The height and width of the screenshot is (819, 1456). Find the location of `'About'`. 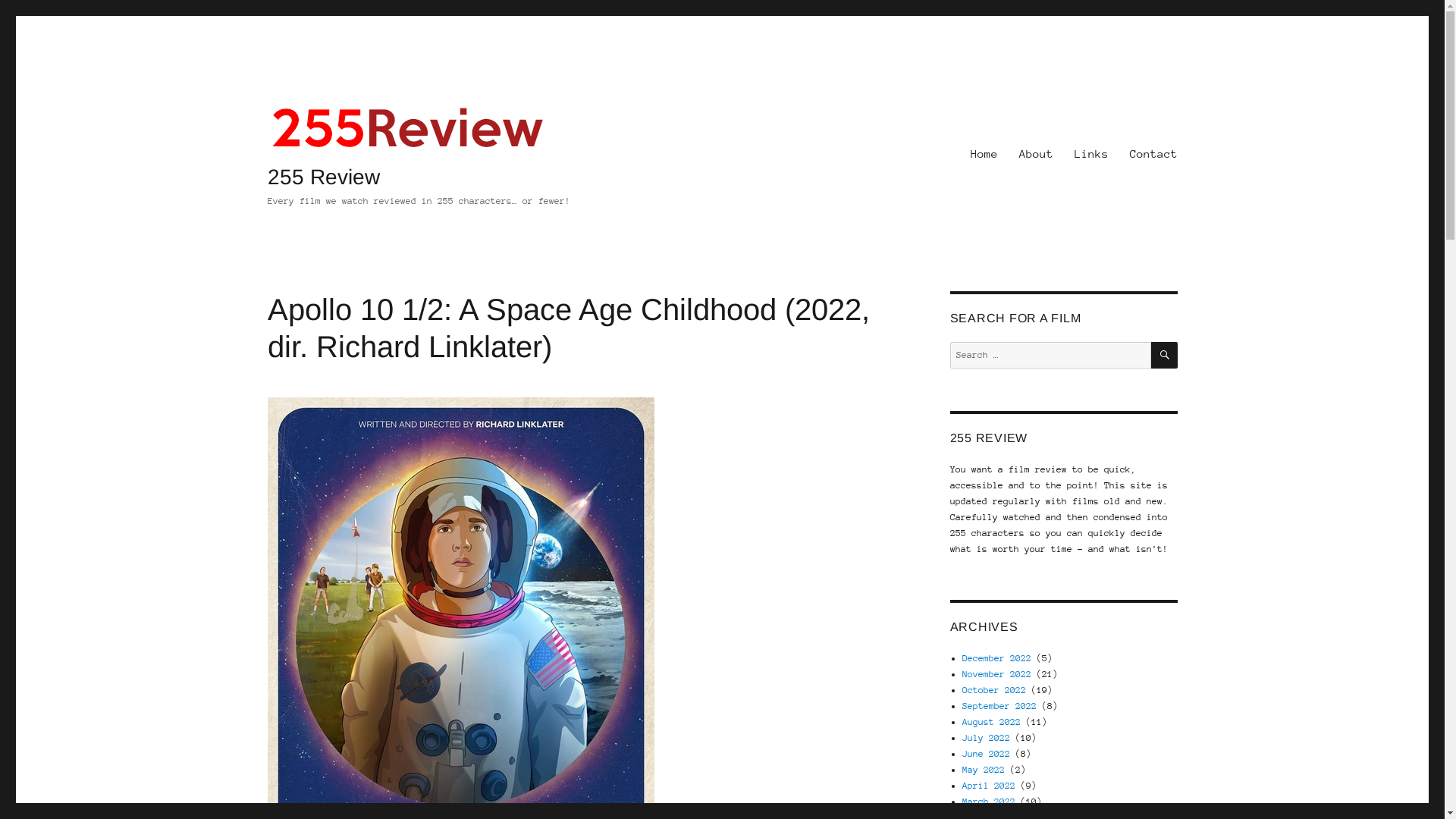

'About' is located at coordinates (1035, 154).